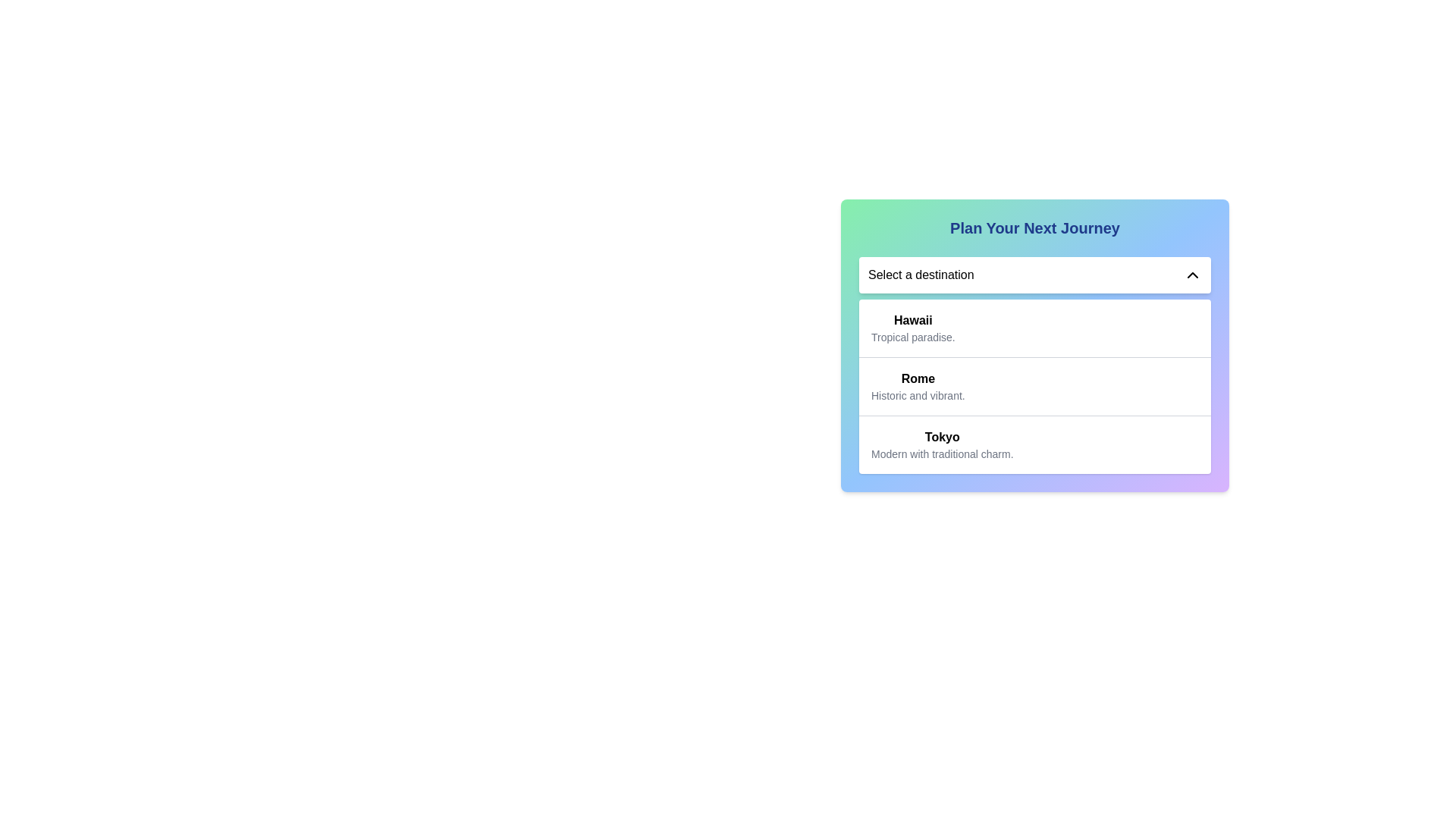  Describe the element at coordinates (912, 336) in the screenshot. I see `the static text label providing supplementary information about 'Hawaii' located under the dropdown interface titled 'Plan Your Next Journey.'` at that location.